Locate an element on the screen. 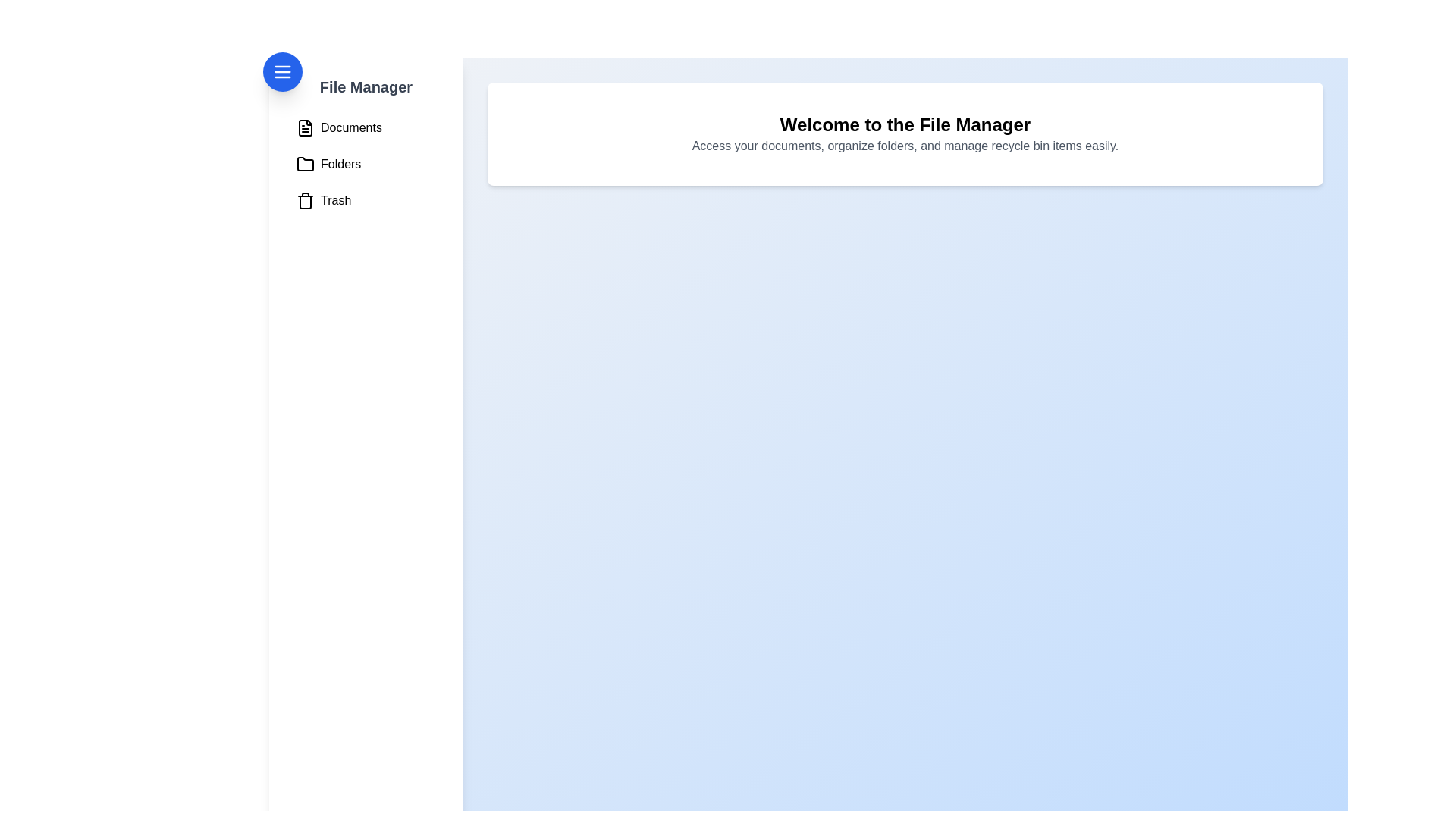 The image size is (1456, 819). the 'Folders' menu item to select it is located at coordinates (366, 164).